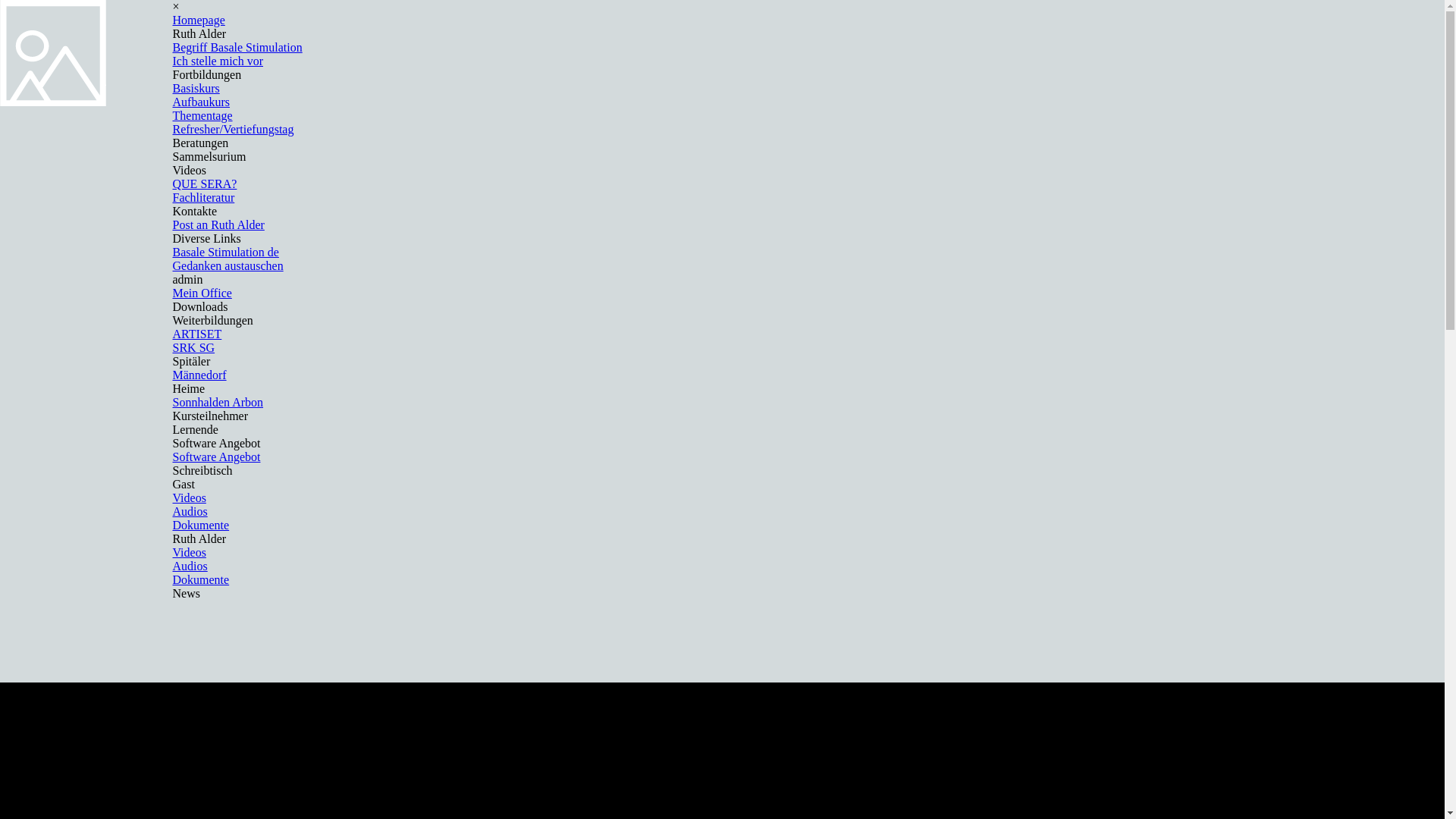 The height and width of the screenshot is (819, 1456). Describe the element at coordinates (218, 401) in the screenshot. I see `'Sonnhalden Arbon'` at that location.